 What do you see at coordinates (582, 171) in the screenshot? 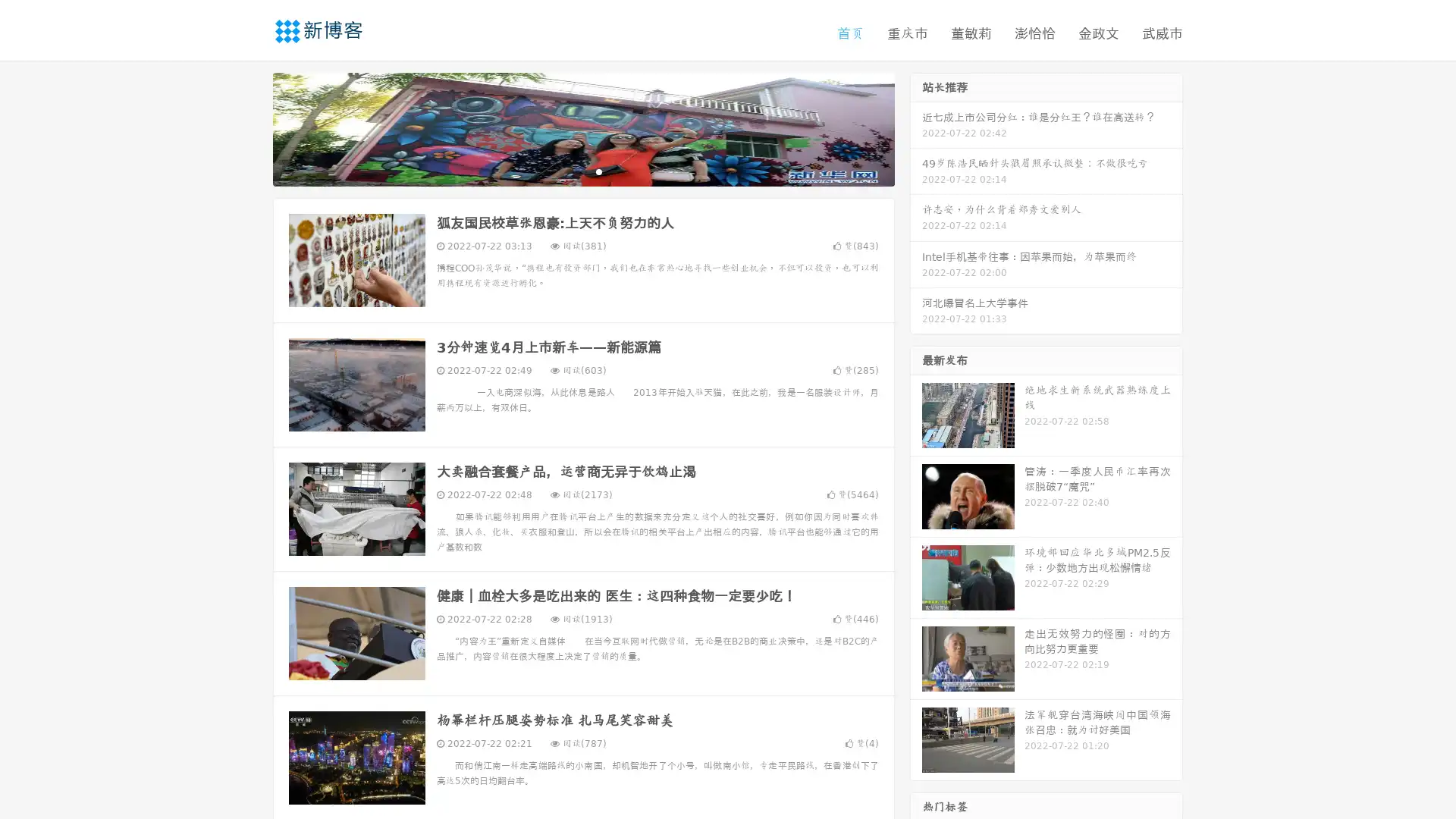
I see `Go to slide 2` at bounding box center [582, 171].